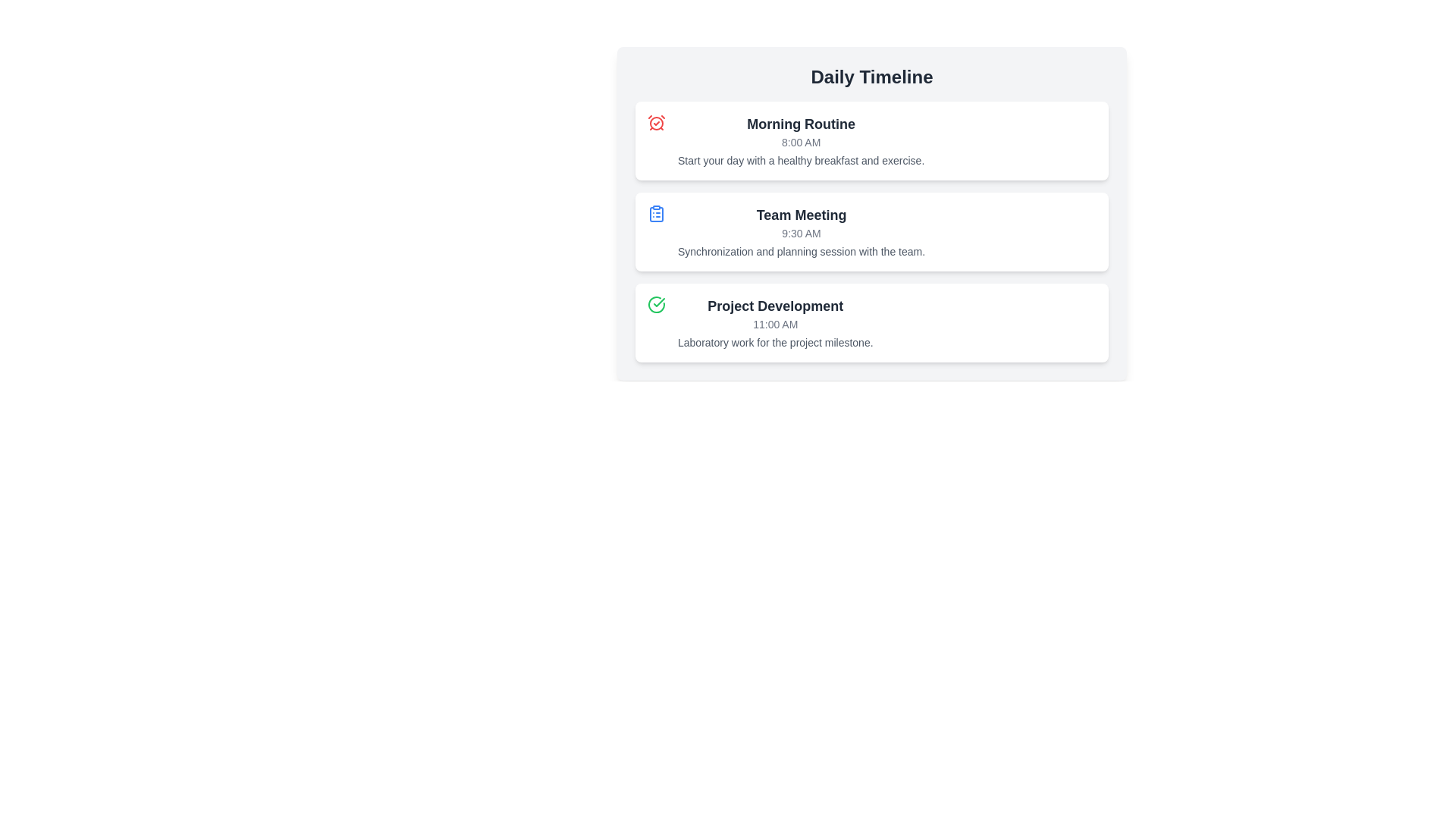 The width and height of the screenshot is (1456, 819). I want to click on text content of the bold, black label 'Project Development' which is the first element in the timeline section under 'Daily Timeline', so click(775, 306).